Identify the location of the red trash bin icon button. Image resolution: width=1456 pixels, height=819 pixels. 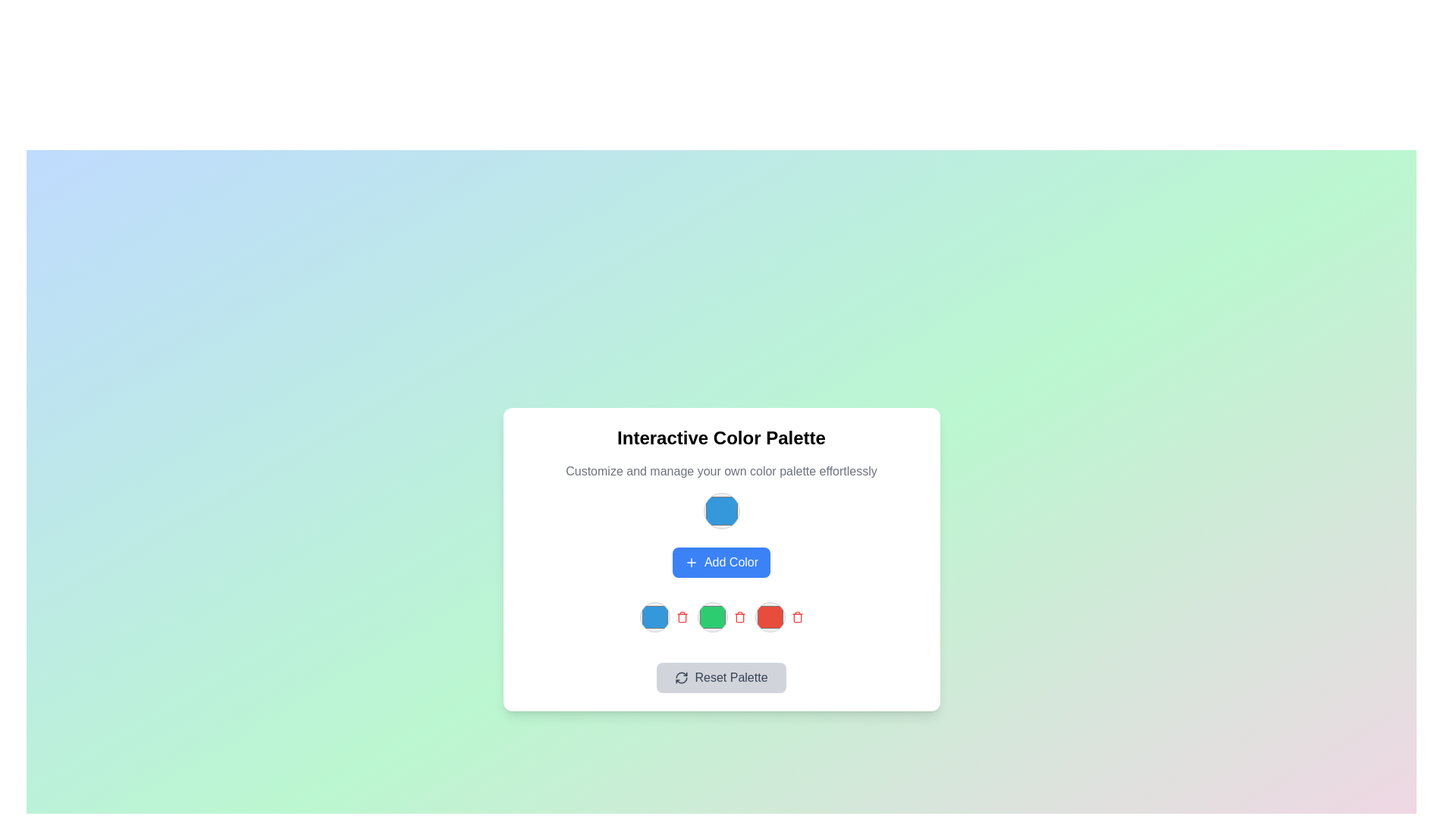
(681, 617).